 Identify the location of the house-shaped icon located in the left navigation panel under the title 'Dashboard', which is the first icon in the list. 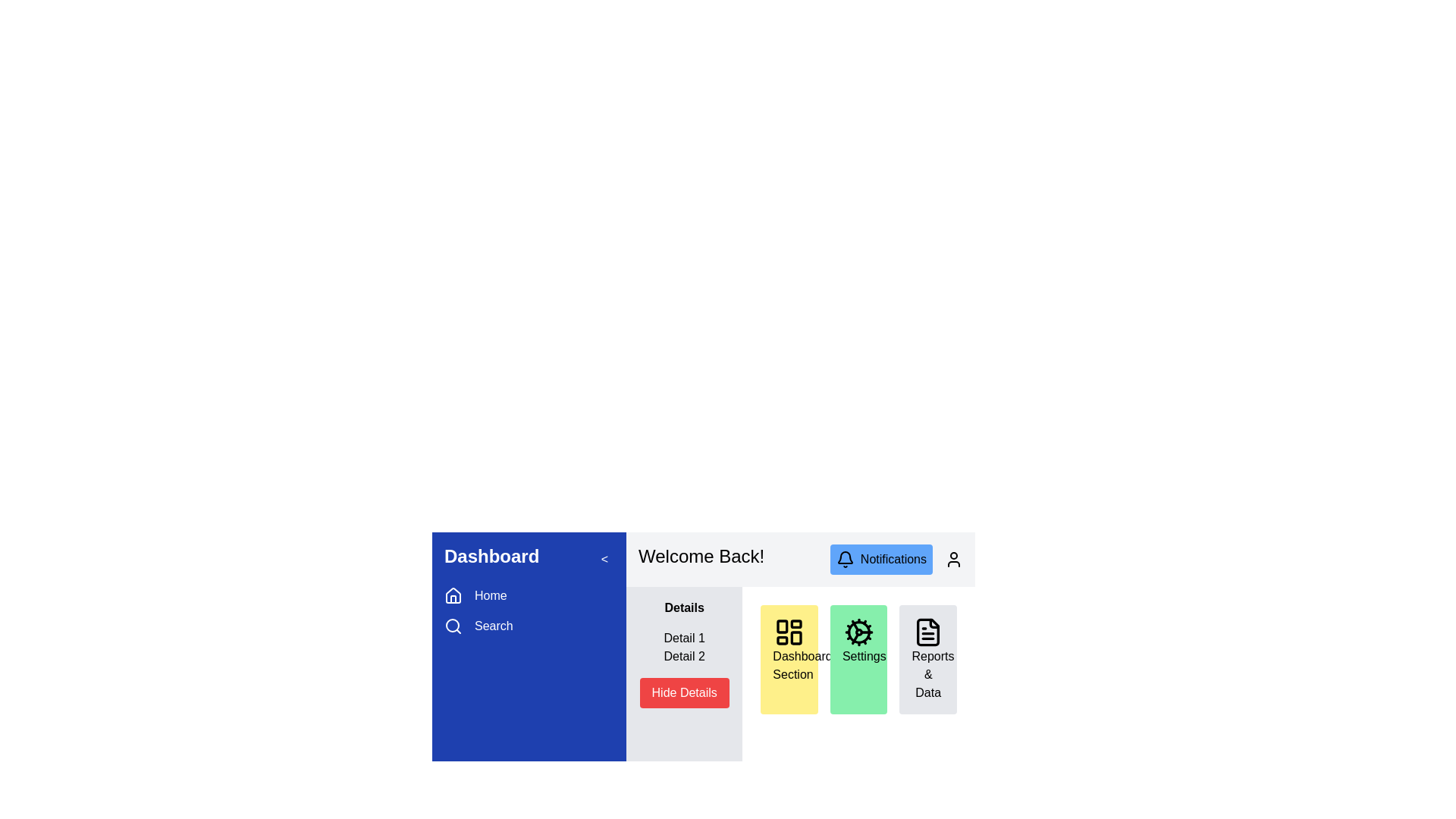
(453, 595).